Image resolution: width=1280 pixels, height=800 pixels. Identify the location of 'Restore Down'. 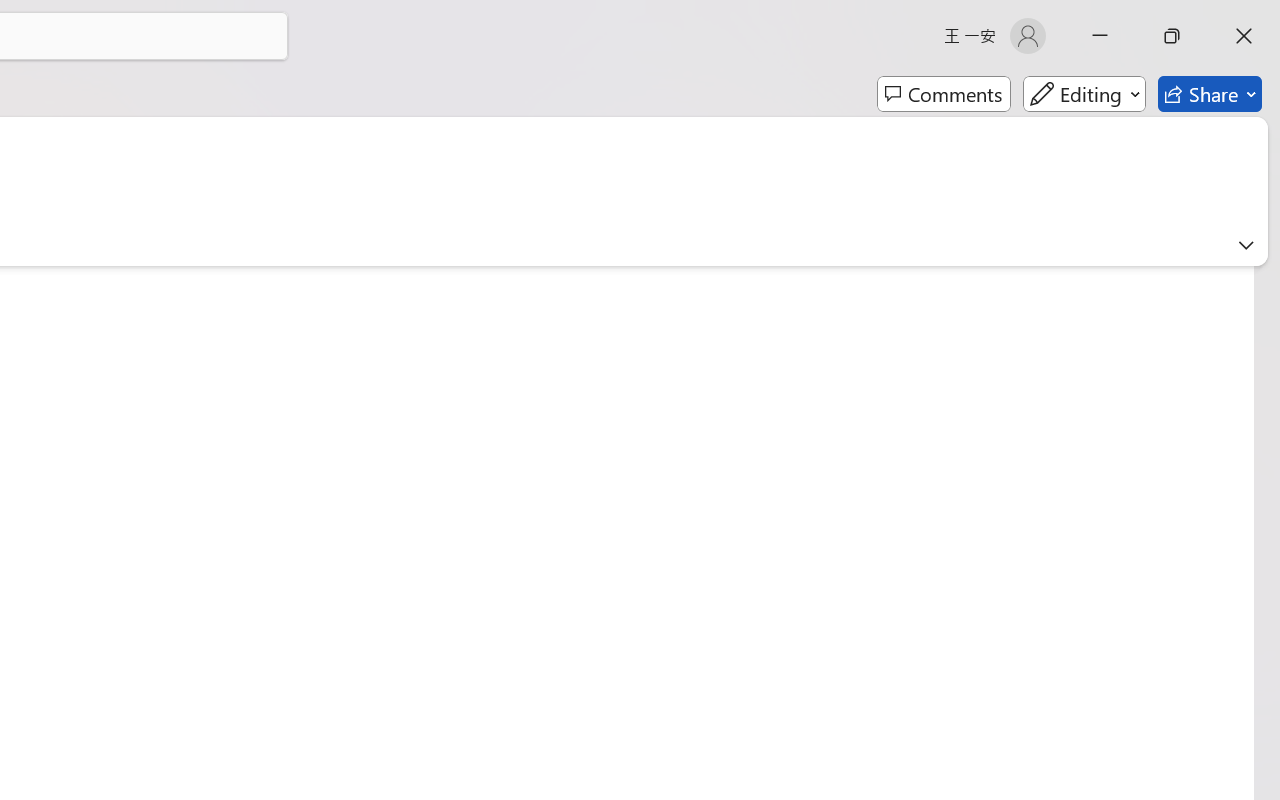
(1172, 35).